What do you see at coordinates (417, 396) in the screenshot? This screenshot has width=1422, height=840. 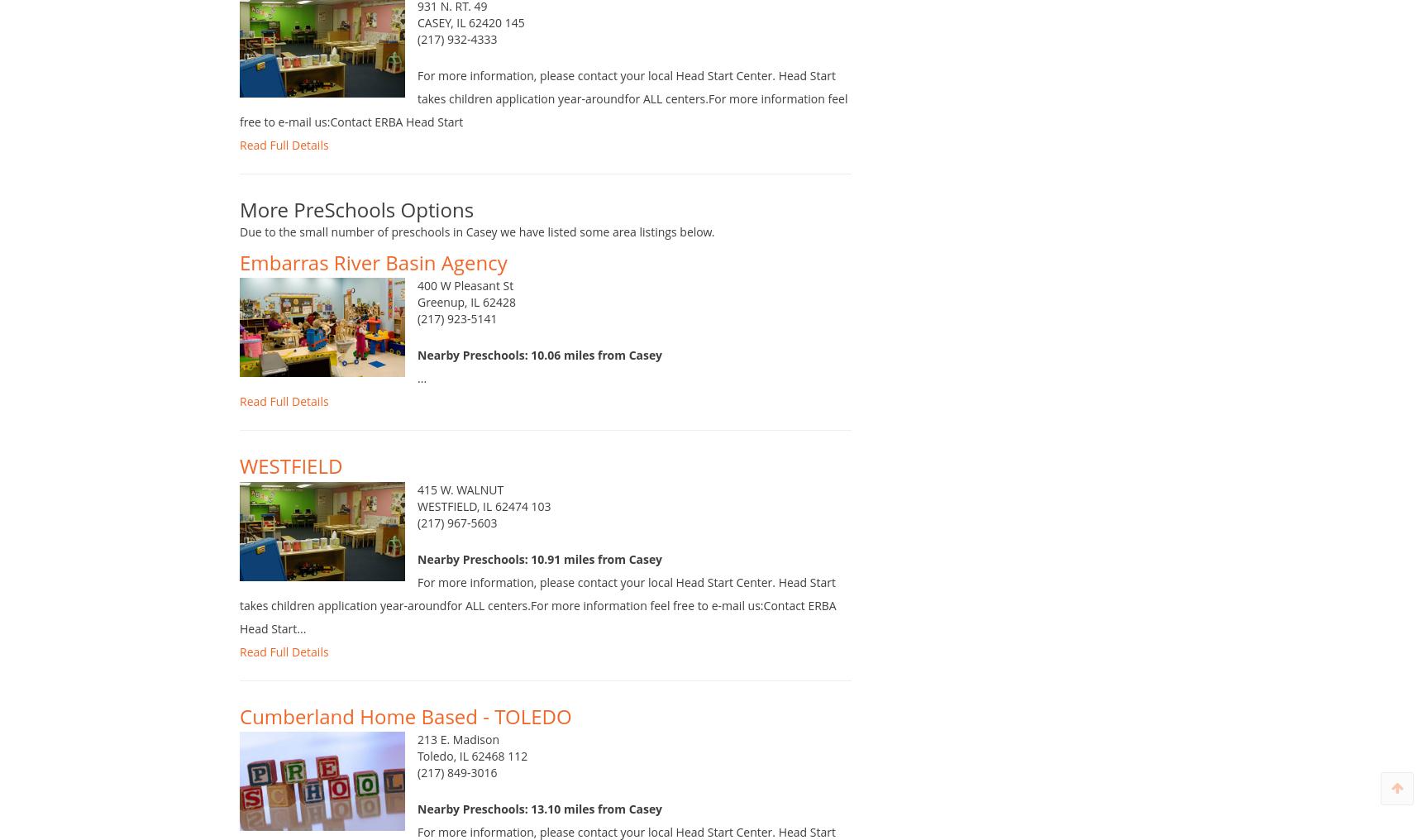 I see `'...'` at bounding box center [417, 396].